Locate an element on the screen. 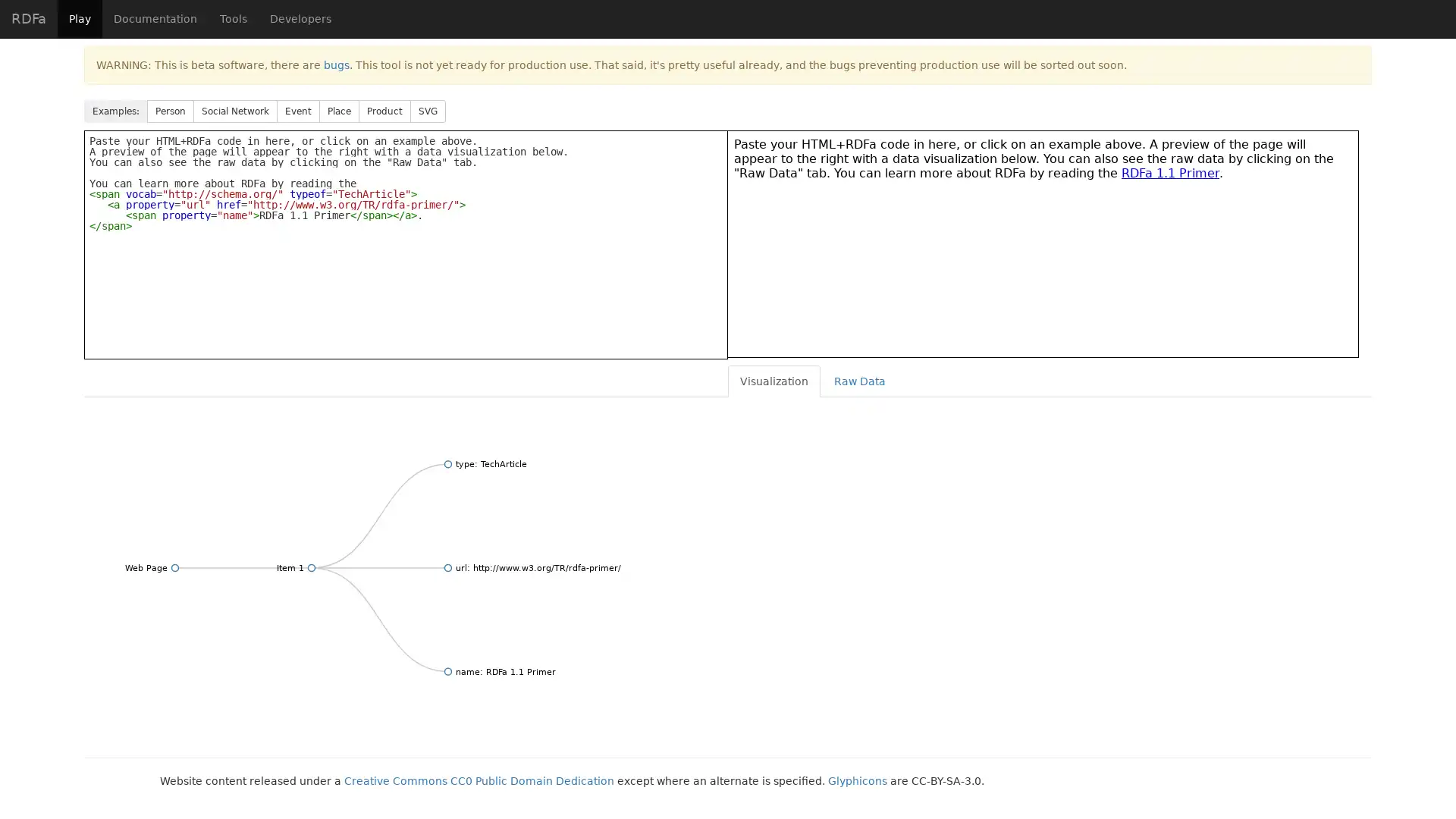 The height and width of the screenshot is (819, 1456). Person is located at coordinates (171, 110).